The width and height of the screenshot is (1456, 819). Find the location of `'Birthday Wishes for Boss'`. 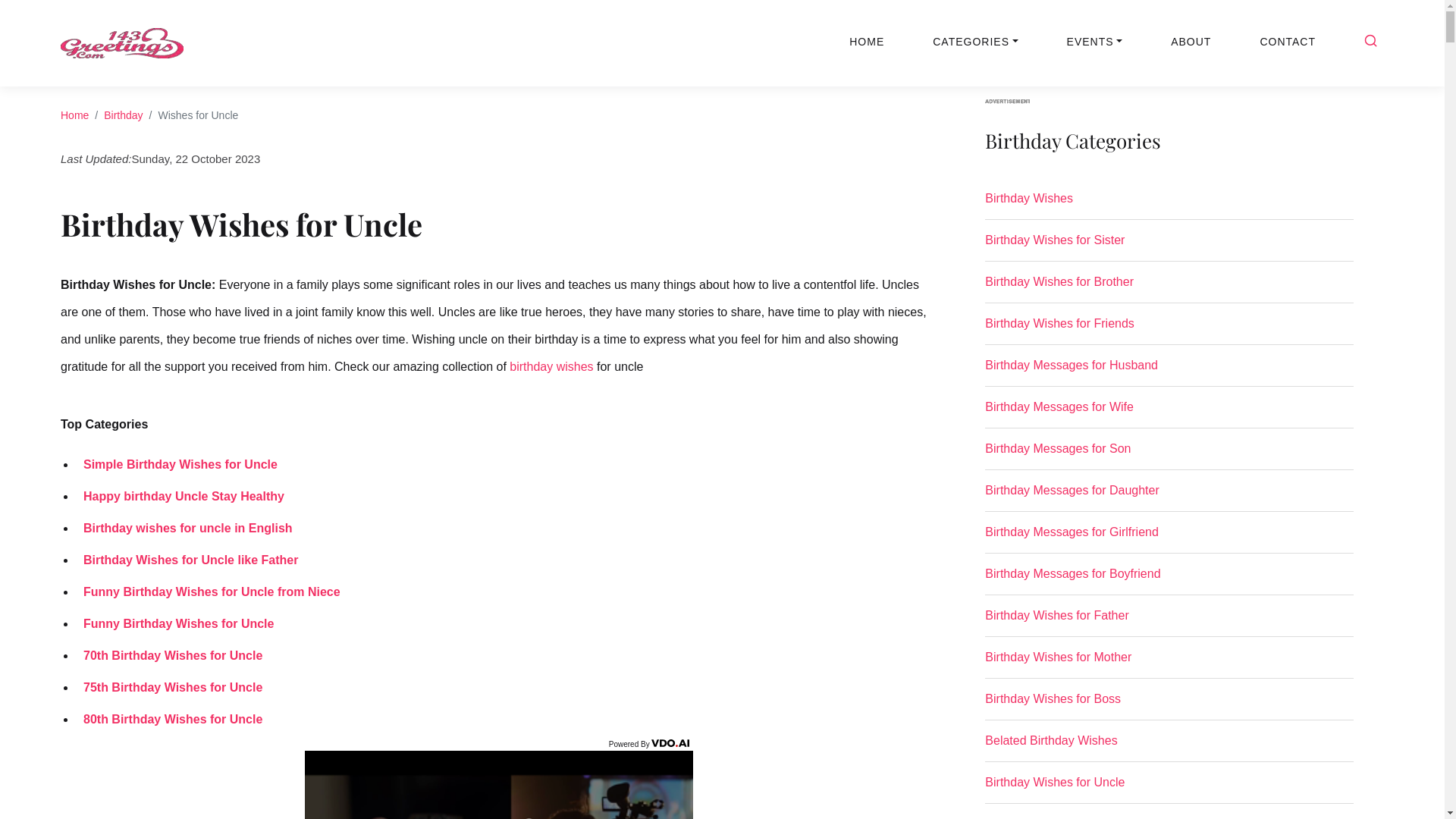

'Birthday Wishes for Boss' is located at coordinates (1168, 704).